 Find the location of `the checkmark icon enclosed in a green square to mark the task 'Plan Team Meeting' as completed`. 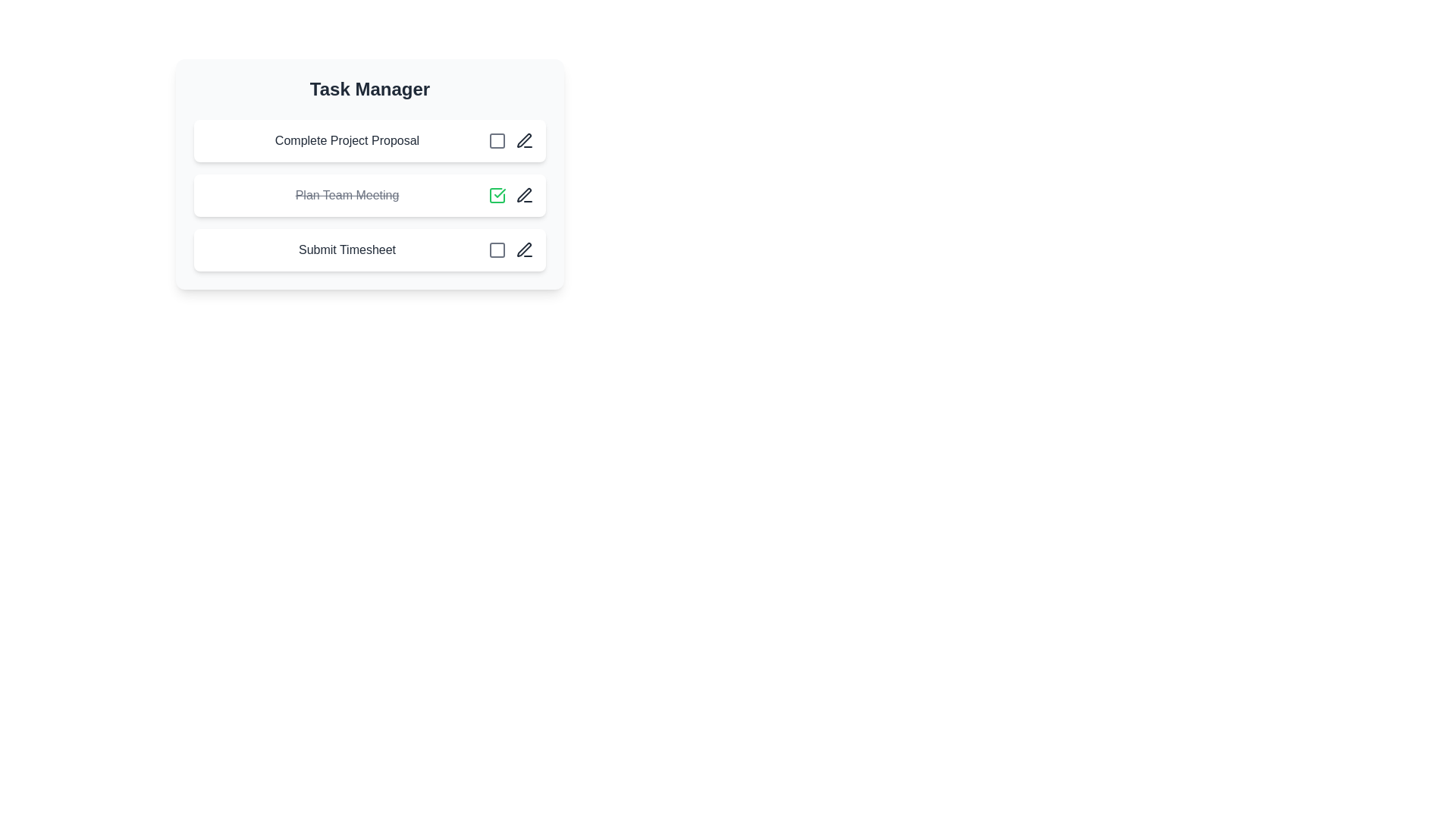

the checkmark icon enclosed in a green square to mark the task 'Plan Team Meeting' as completed is located at coordinates (510, 195).